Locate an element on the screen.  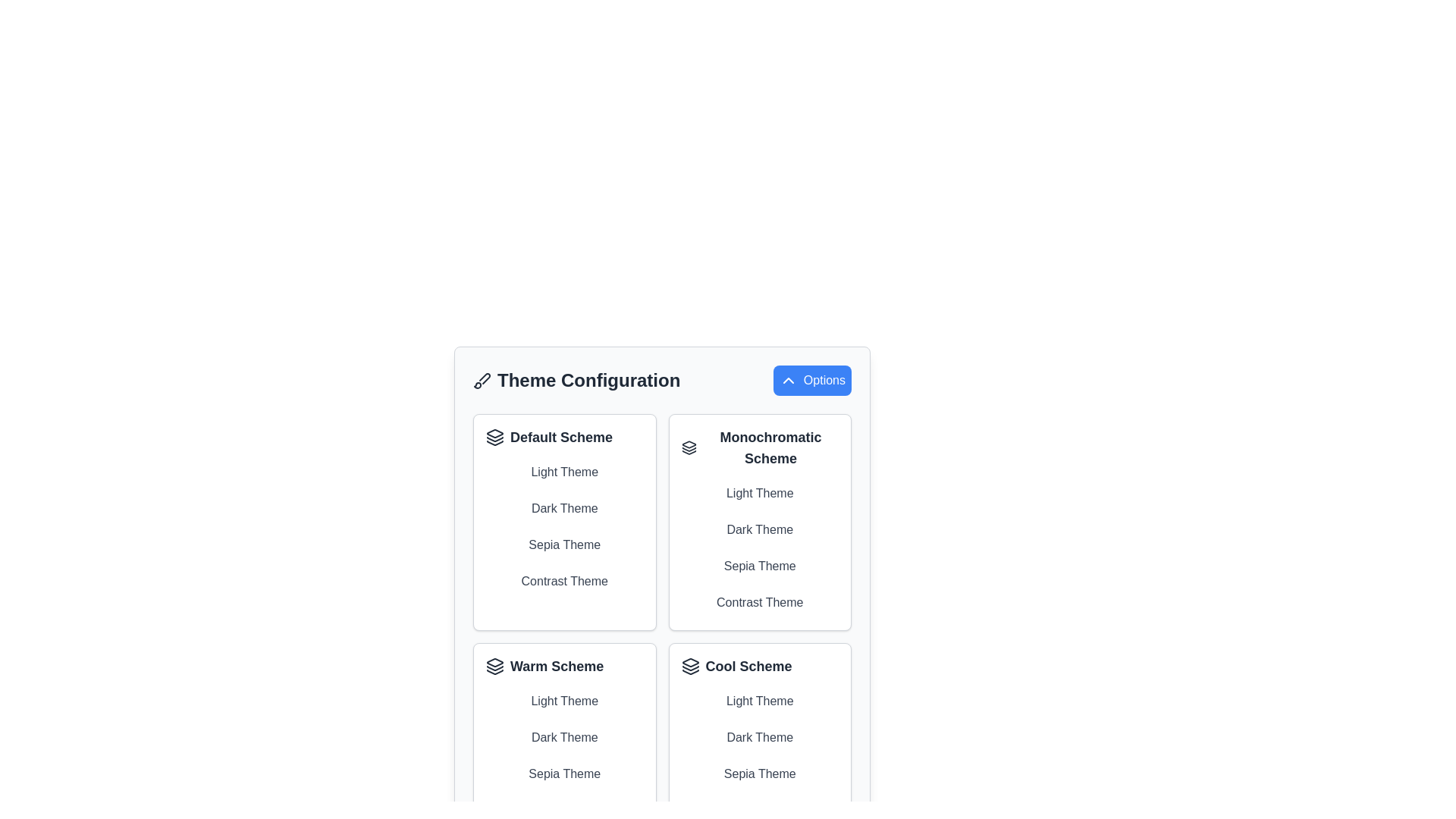
the 'Dark Theme' text label located in the 'Default Scheme' section, which is the second option in a group of four items, positioned below the 'Light Theme' and above the 'Sepia Theme' is located at coordinates (563, 509).